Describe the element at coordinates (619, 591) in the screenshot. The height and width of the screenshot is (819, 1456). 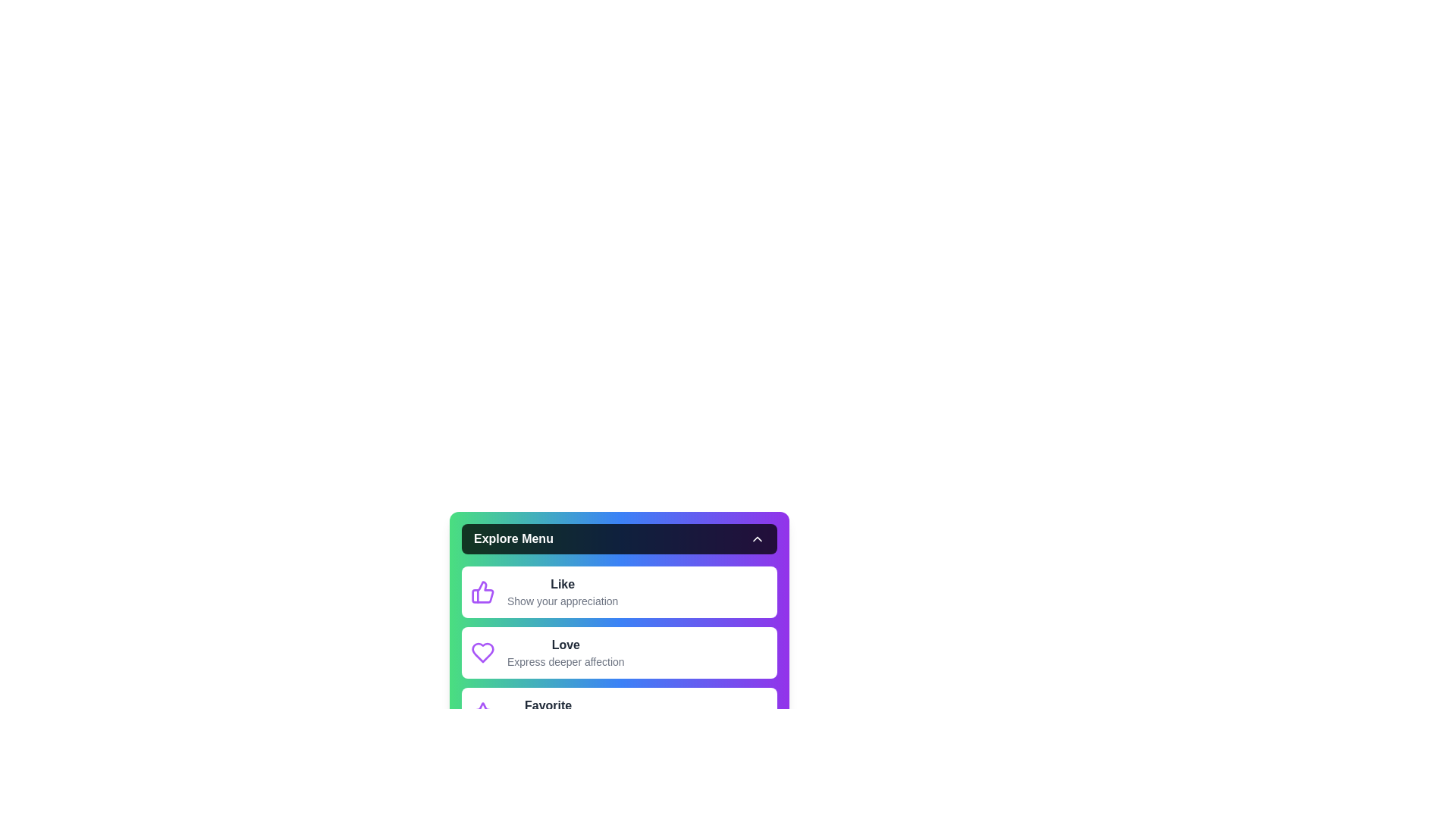
I see `the menu option Like to view its description` at that location.